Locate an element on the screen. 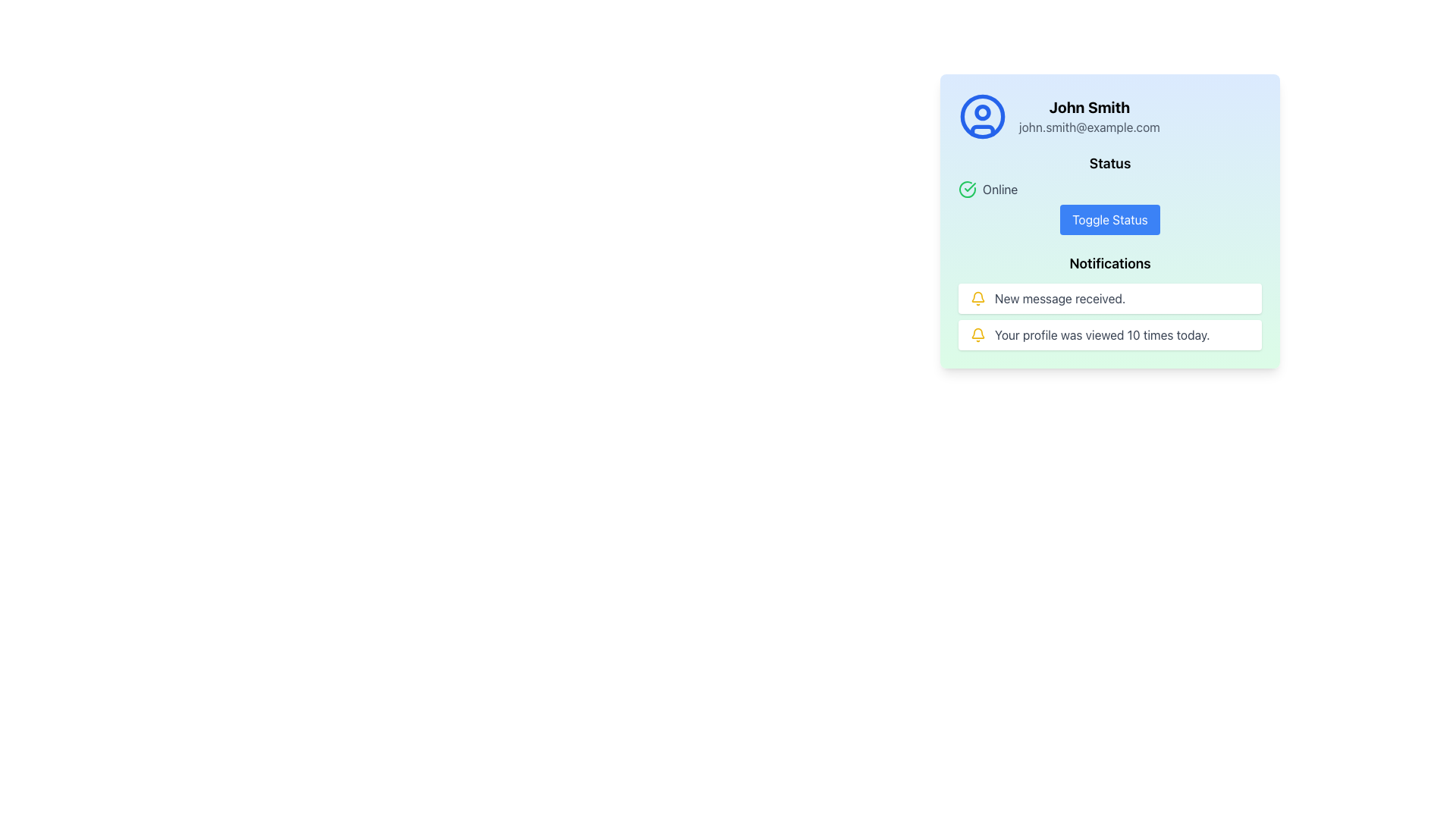 The image size is (1456, 819). the 'Status' text label, which is a bold black font displayed at the top center of the user detail card is located at coordinates (1110, 164).